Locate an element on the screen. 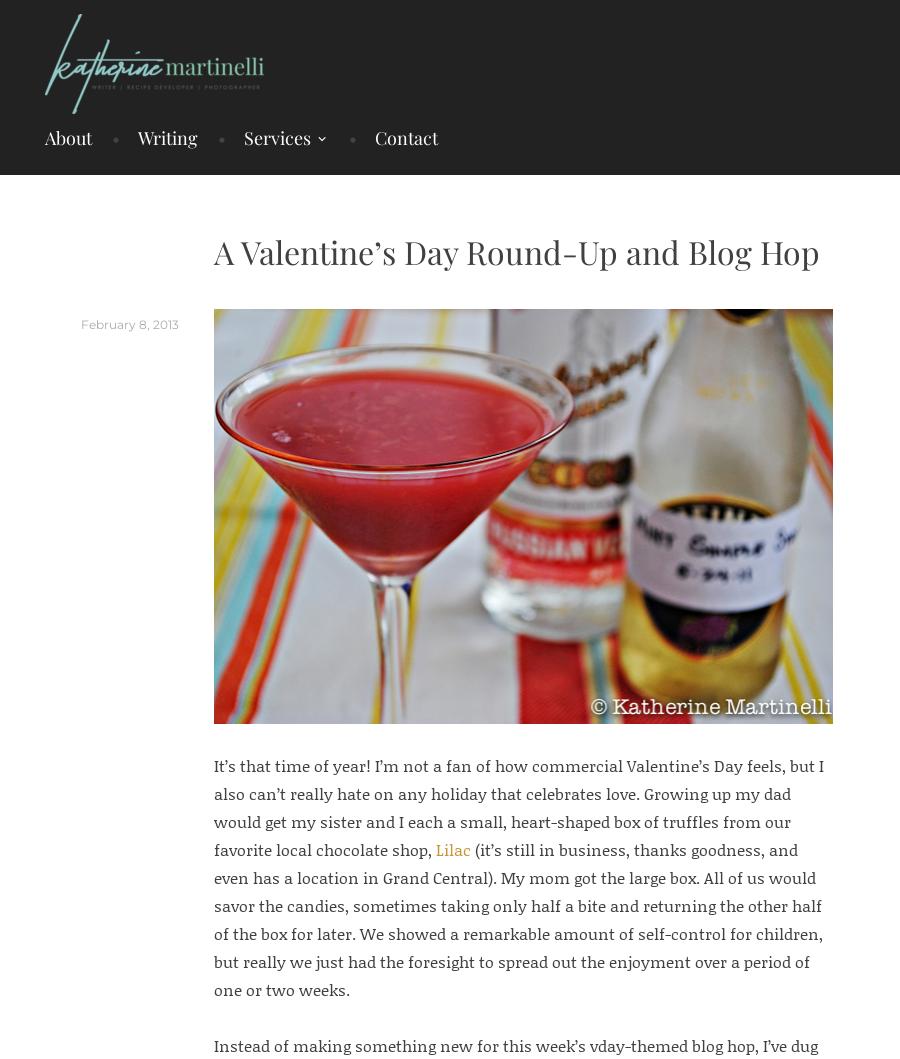 Image resolution: width=900 pixels, height=1059 pixels. 'Recipe Index' is located at coordinates (504, 202).